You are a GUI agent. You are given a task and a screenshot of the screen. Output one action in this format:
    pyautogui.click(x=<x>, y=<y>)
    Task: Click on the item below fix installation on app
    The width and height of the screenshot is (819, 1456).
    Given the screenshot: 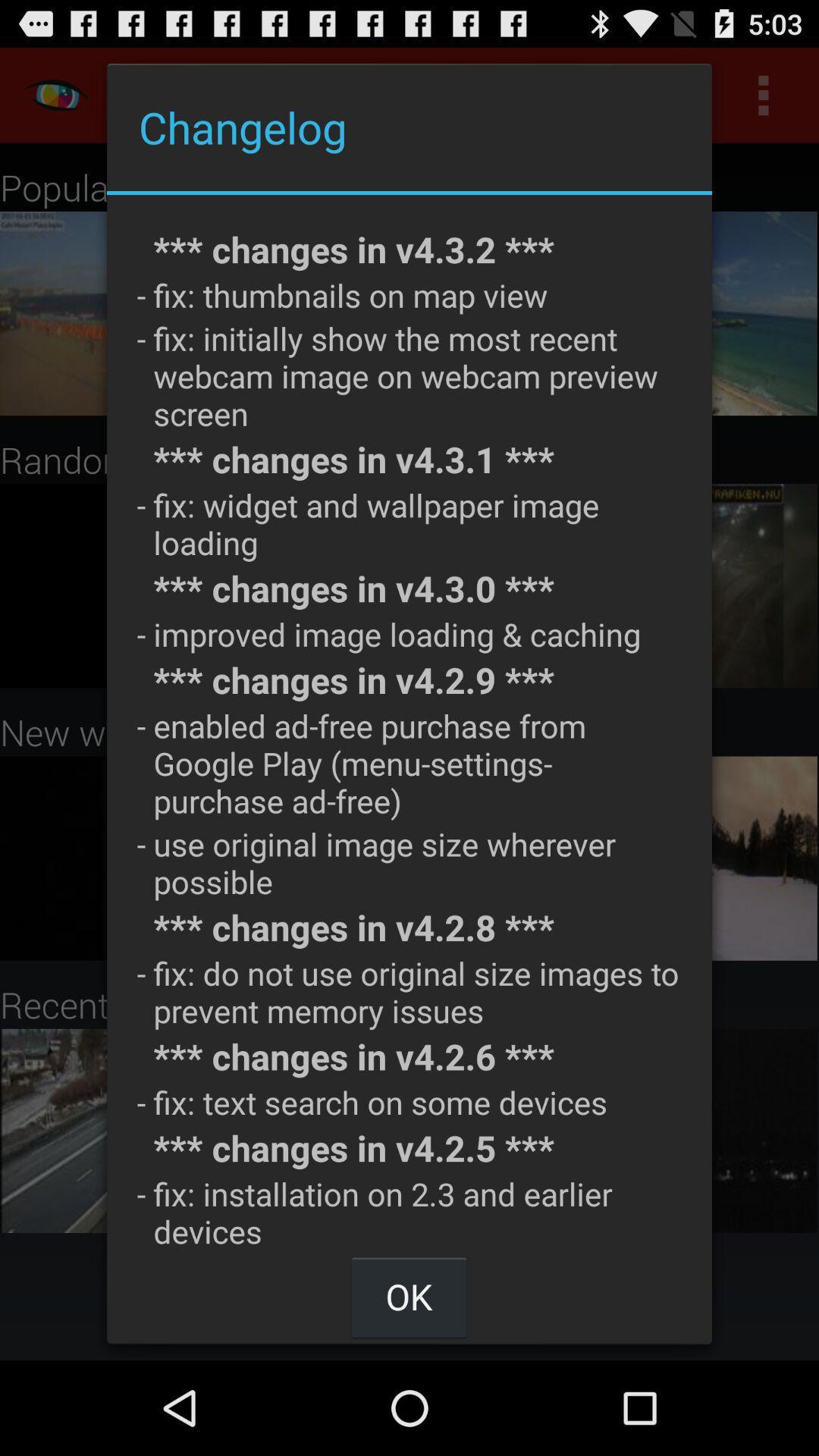 What is the action you would take?
    pyautogui.click(x=408, y=1295)
    